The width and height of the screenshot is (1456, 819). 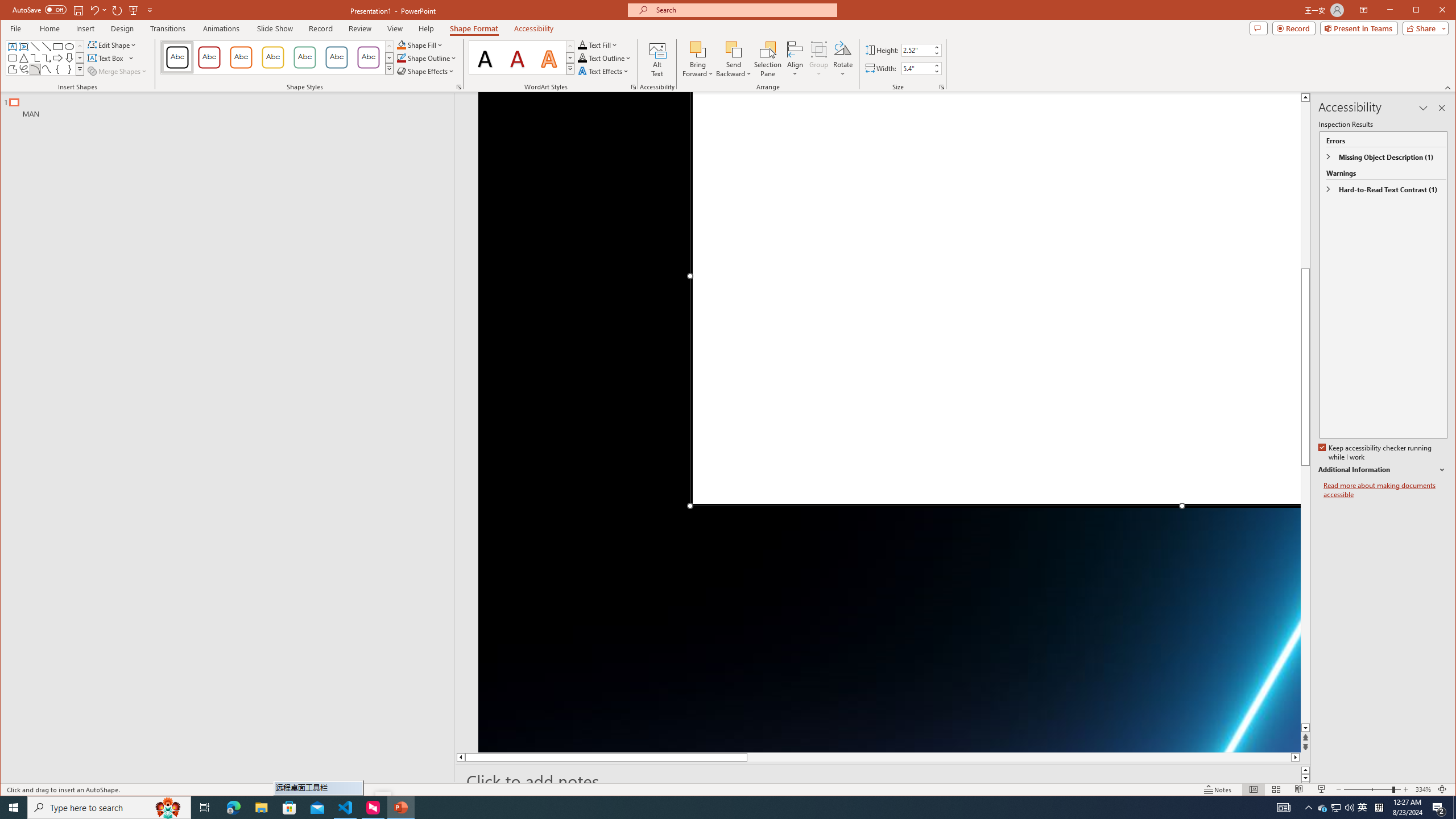 I want to click on 'Zoom 334%', so click(x=1423, y=789).